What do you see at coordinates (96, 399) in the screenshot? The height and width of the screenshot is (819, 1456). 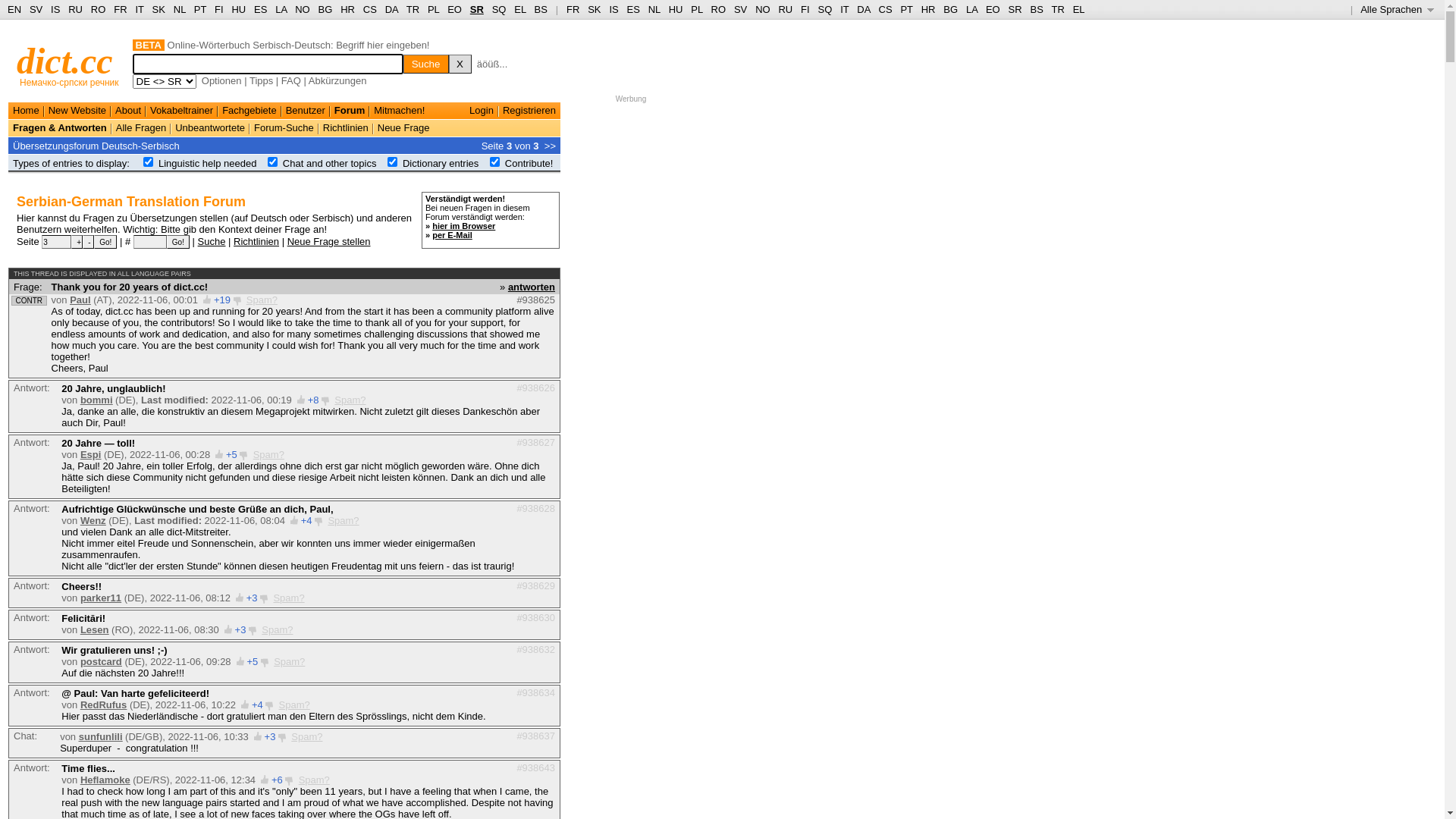 I see `'bommi'` at bounding box center [96, 399].